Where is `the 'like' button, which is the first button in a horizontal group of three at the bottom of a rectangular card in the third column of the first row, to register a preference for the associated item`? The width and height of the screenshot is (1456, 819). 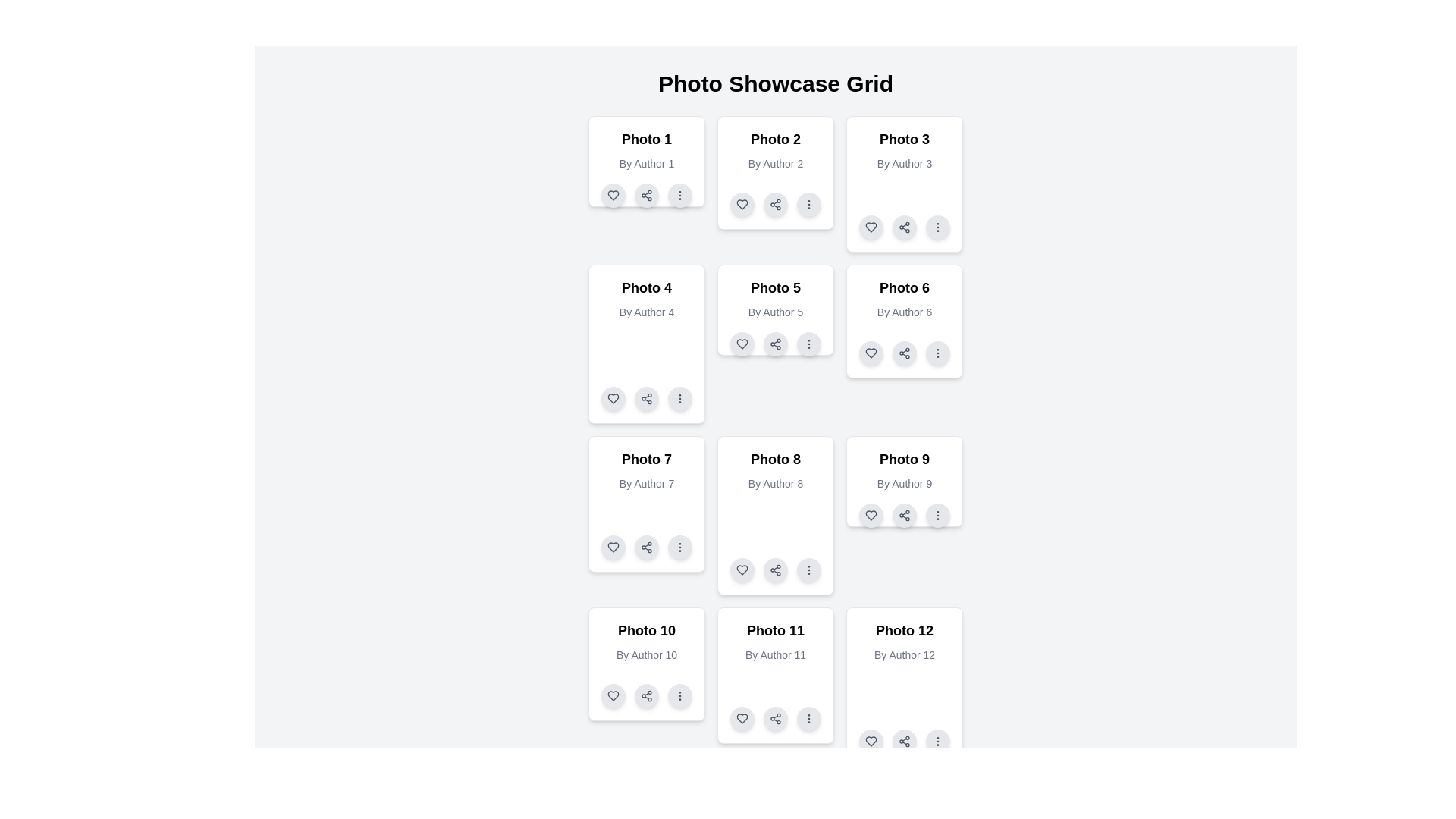 the 'like' button, which is the first button in a horizontal group of three at the bottom of a rectangular card in the third column of the first row, to register a preference for the associated item is located at coordinates (871, 227).